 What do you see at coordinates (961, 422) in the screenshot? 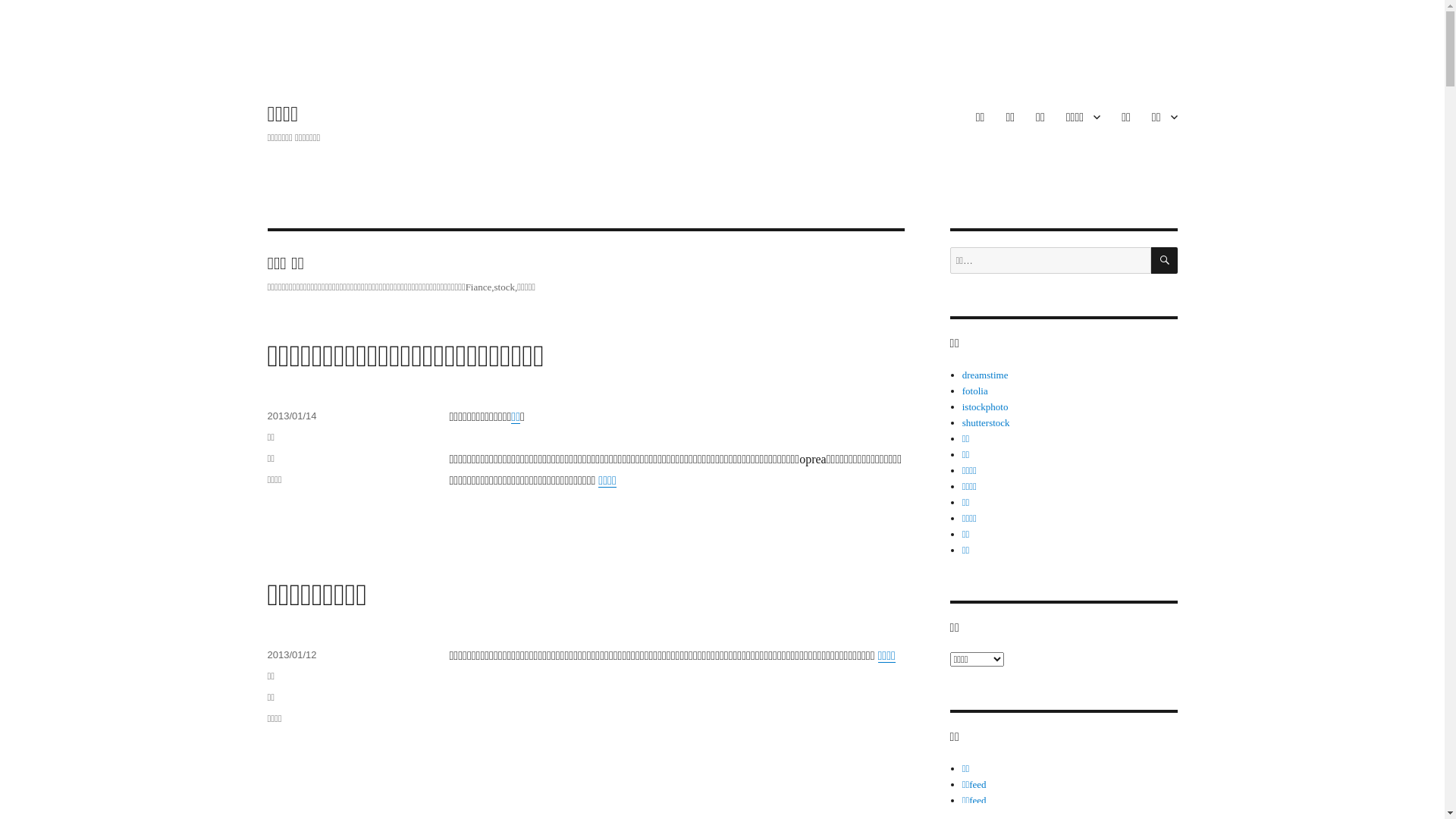
I see `'shutterstock'` at bounding box center [961, 422].